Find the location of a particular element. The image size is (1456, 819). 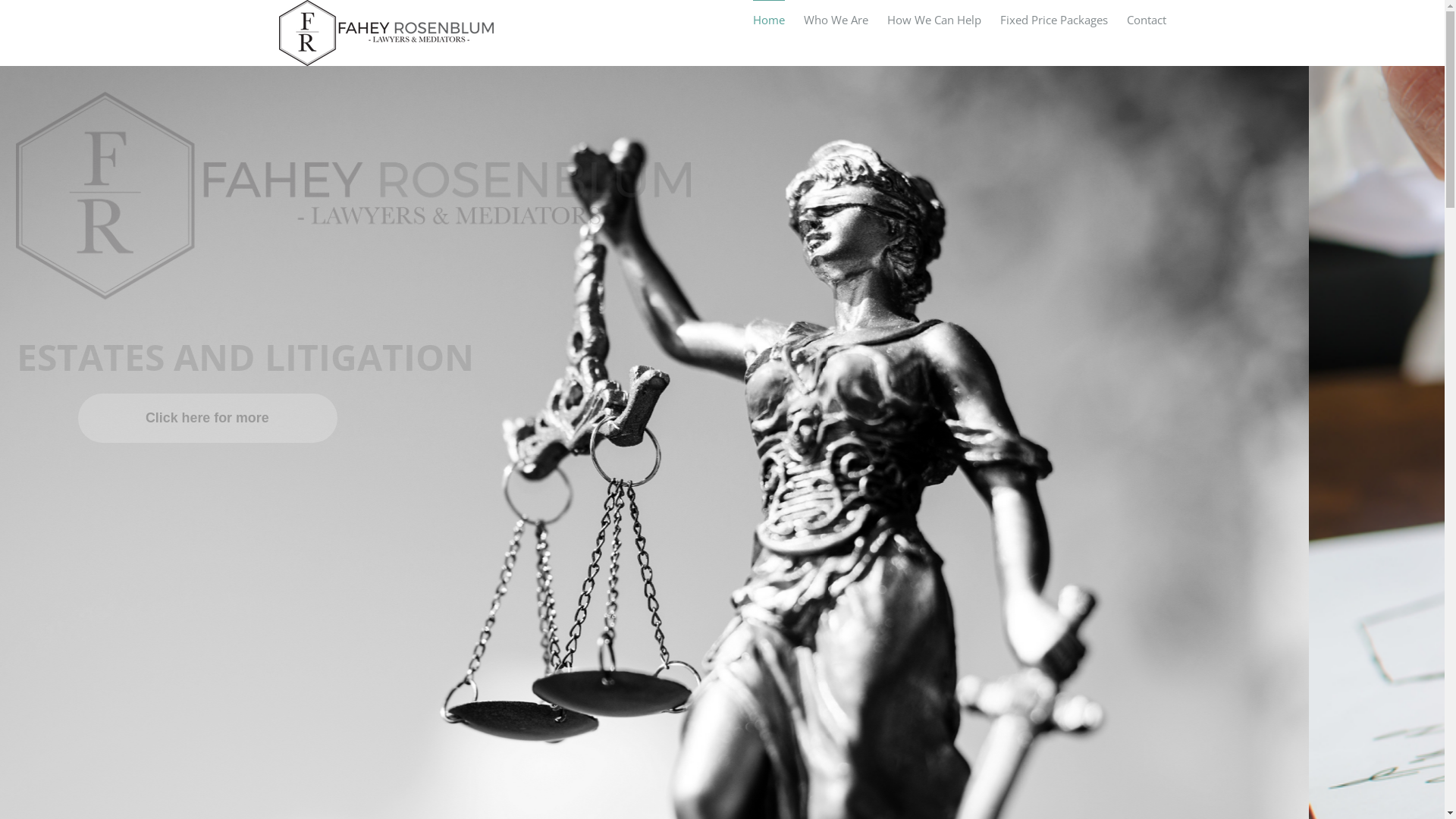

'Fixed Price Packages' is located at coordinates (1052, 19).